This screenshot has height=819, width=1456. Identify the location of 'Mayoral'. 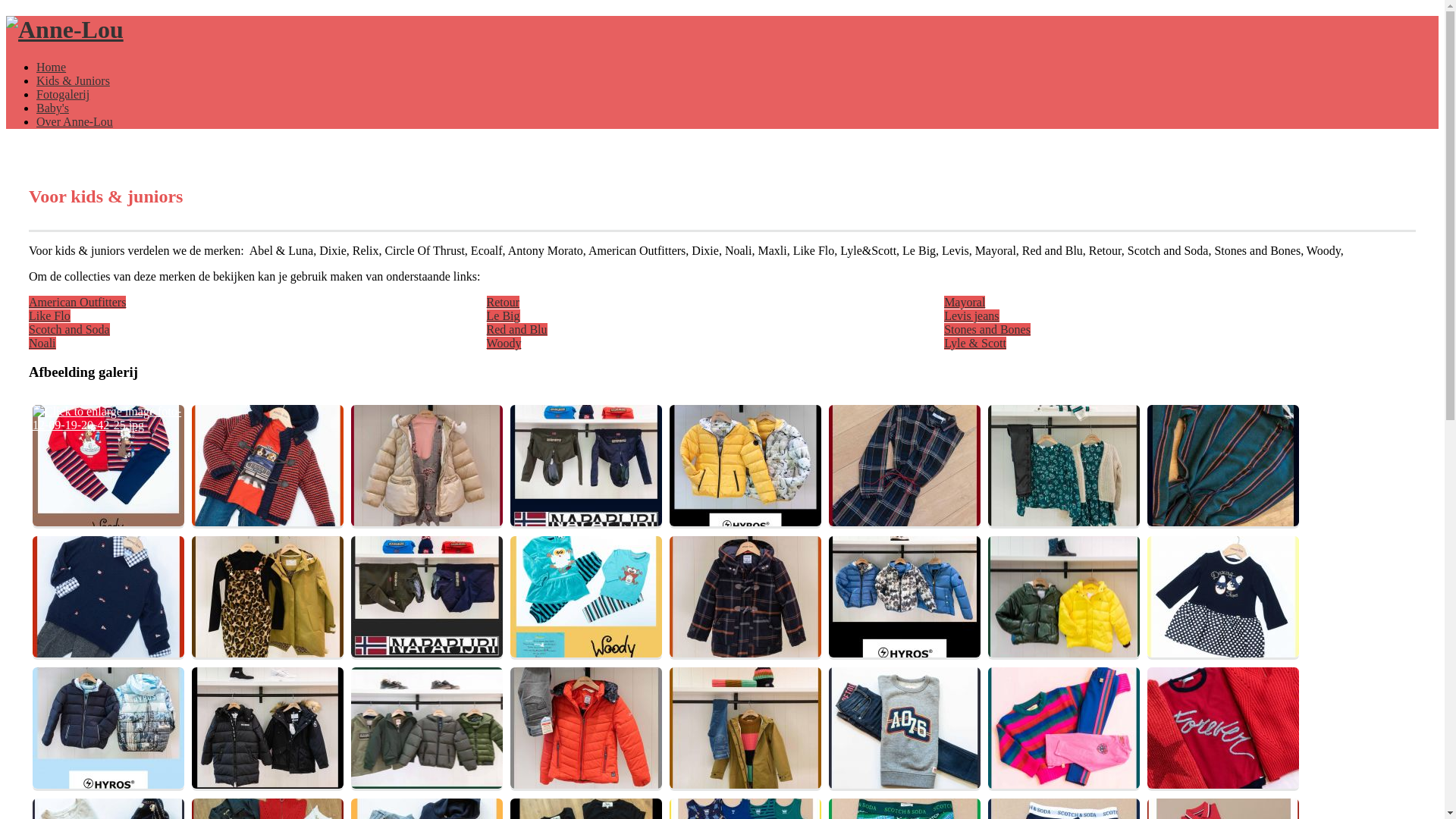
(964, 302).